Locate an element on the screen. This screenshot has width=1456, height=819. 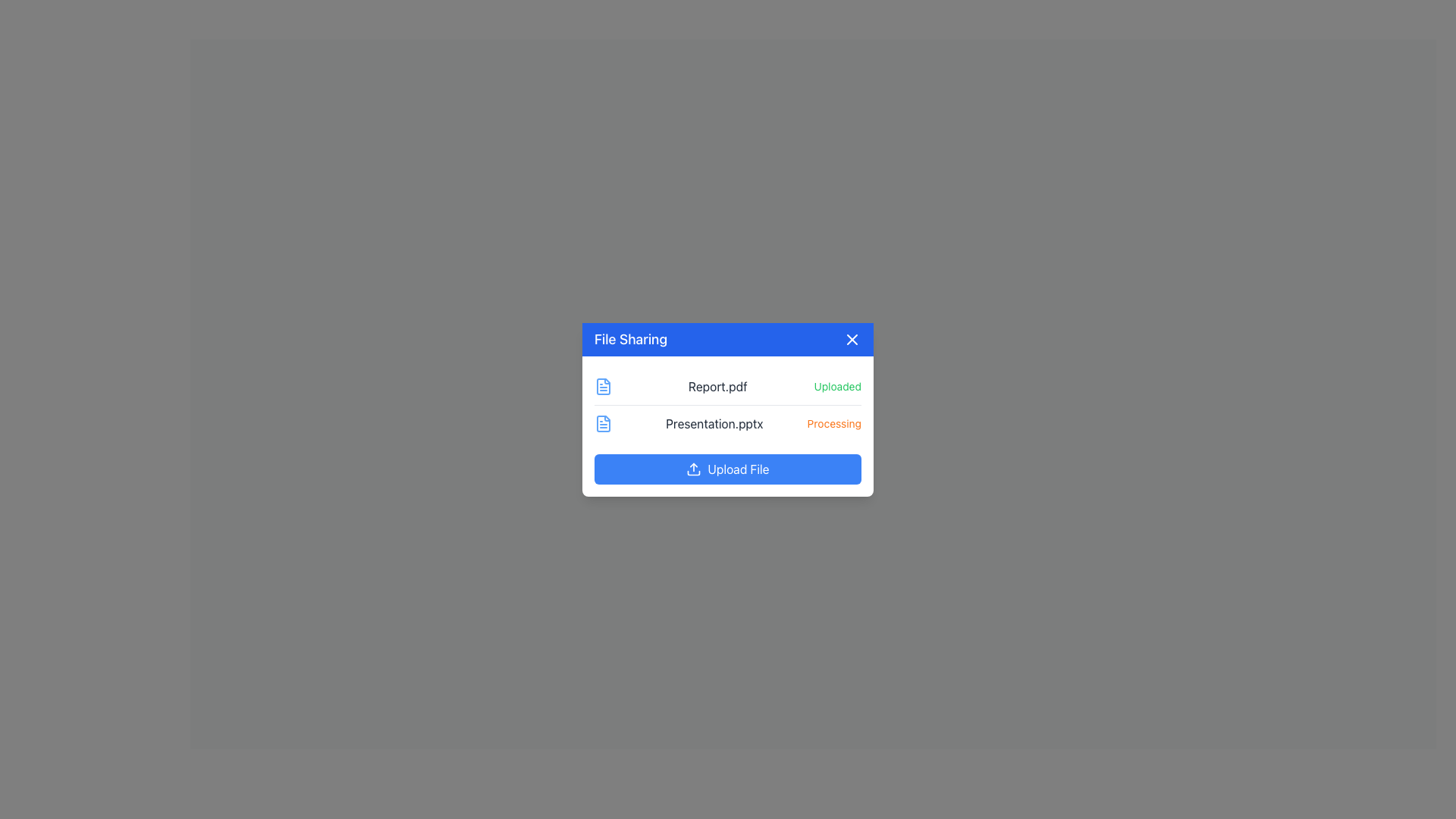
the 'Upload File' button, which is a horizontally centered button with a blue background and white text and icon, located at the bottom of a modal window is located at coordinates (728, 467).